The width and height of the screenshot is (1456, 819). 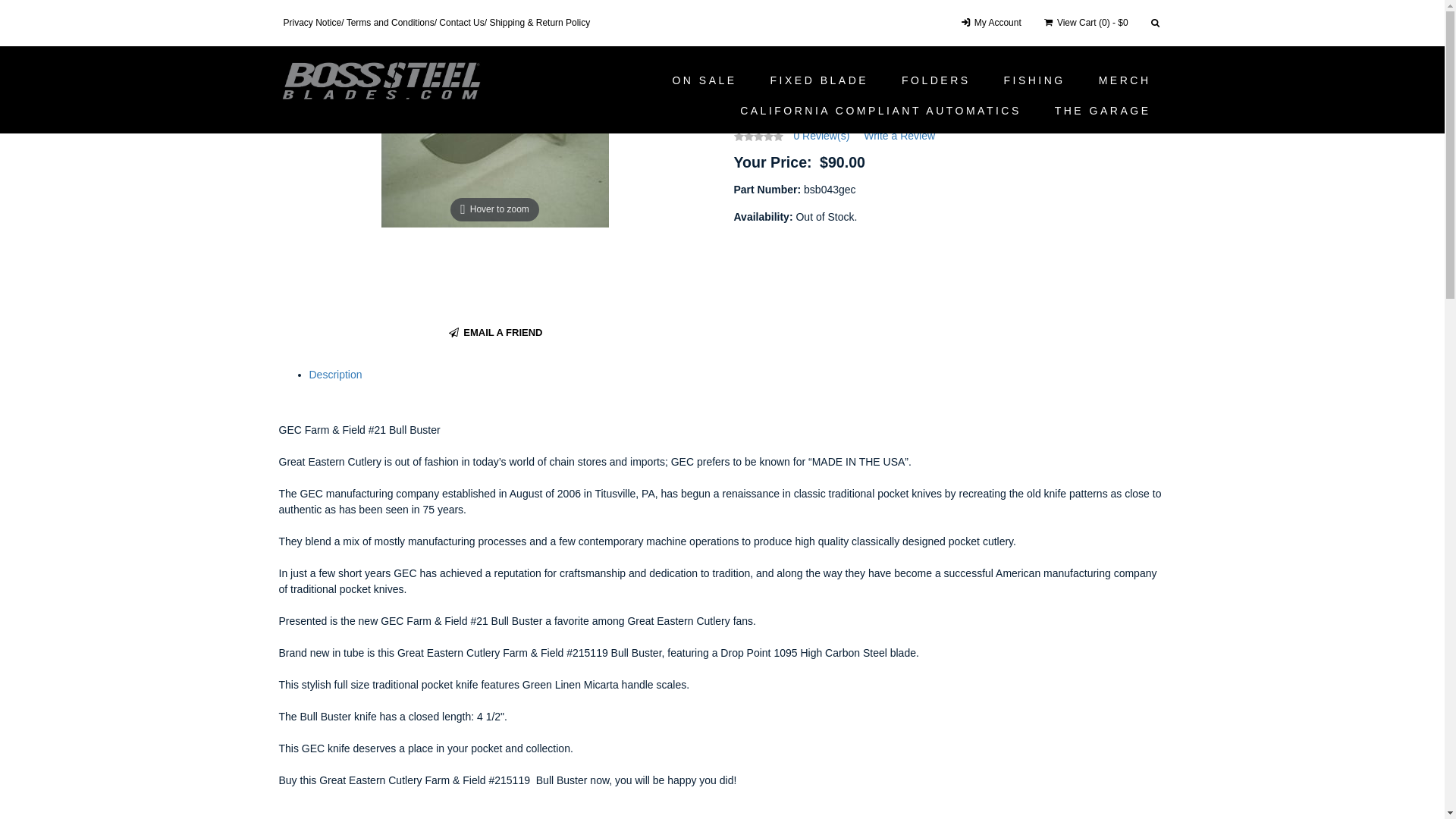 What do you see at coordinates (987, 80) in the screenshot?
I see `'FISHING'` at bounding box center [987, 80].